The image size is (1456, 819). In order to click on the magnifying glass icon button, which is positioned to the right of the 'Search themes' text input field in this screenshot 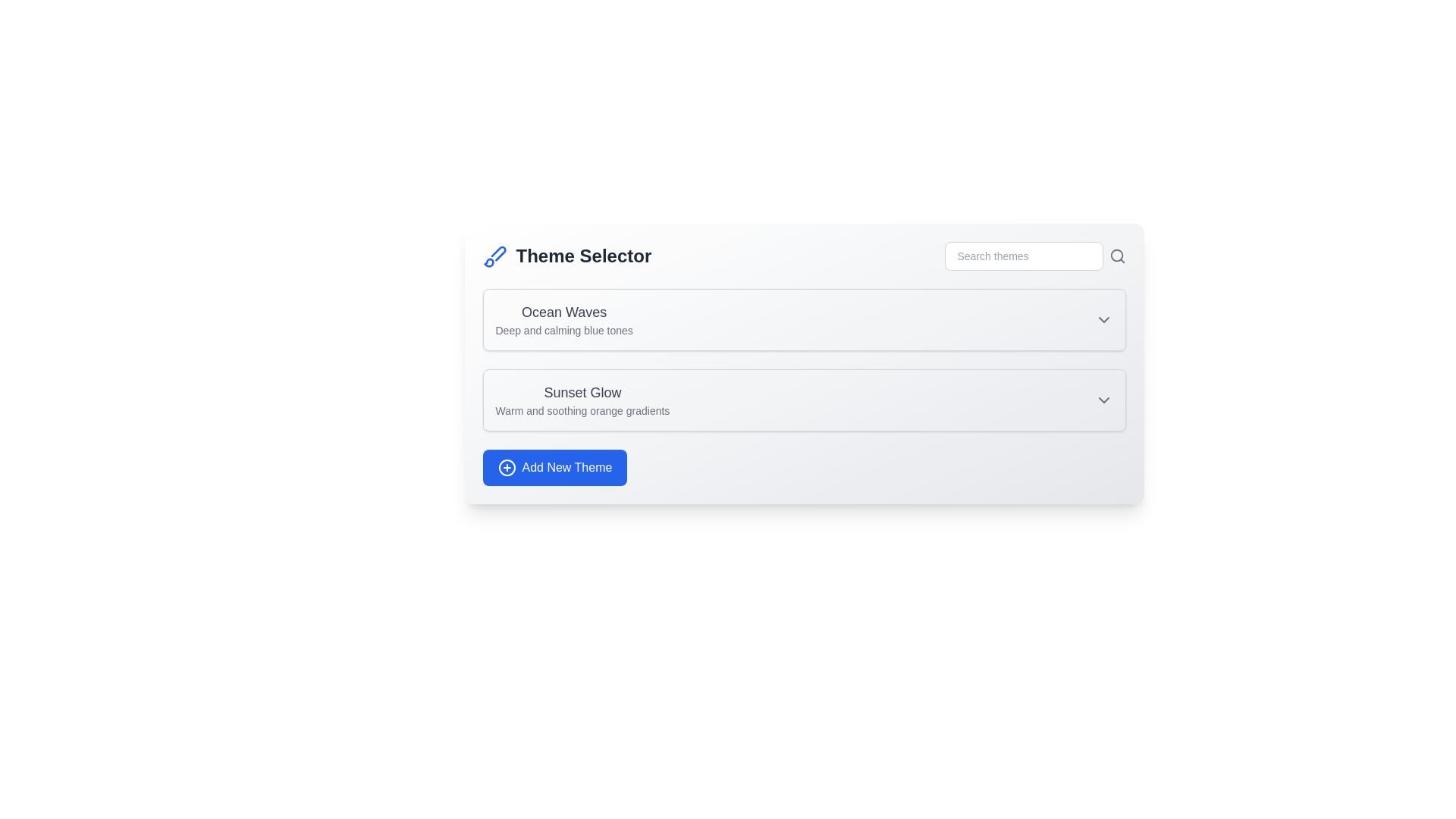, I will do `click(1117, 256)`.